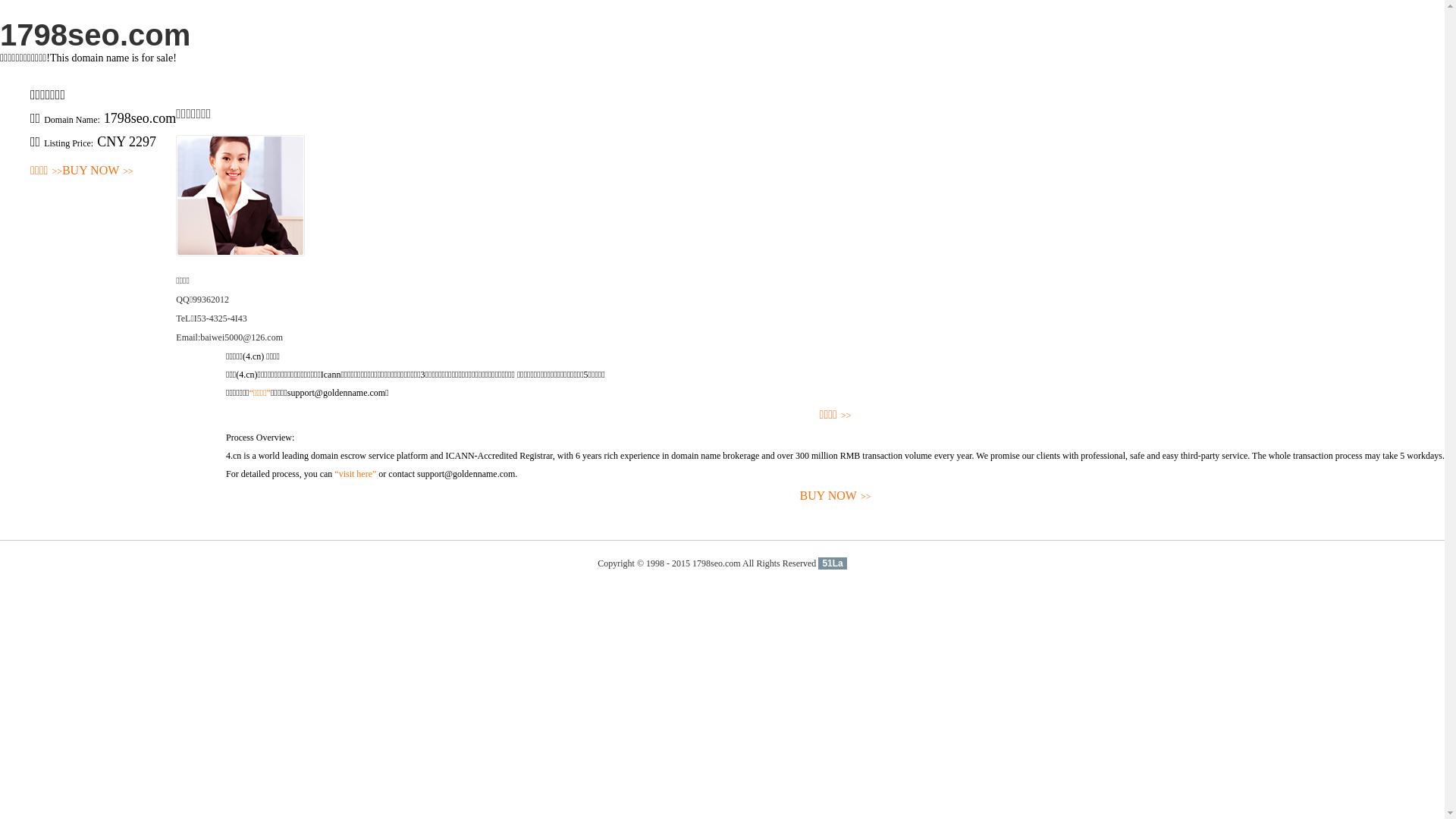 The width and height of the screenshot is (1456, 819). Describe the element at coordinates (834, 496) in the screenshot. I see `'BUY NOW>>'` at that location.